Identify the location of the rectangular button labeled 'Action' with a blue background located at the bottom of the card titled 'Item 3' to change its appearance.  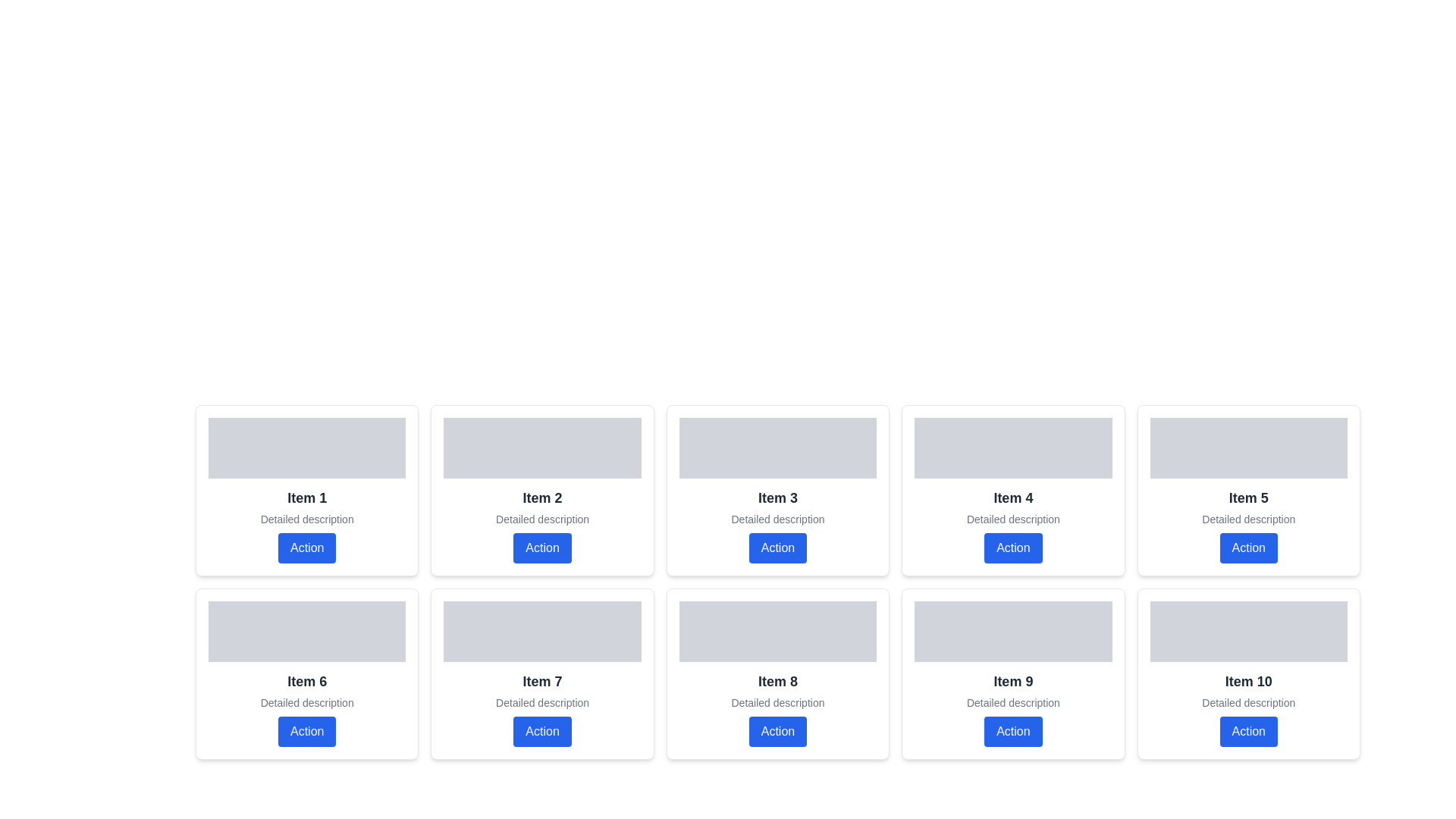
(778, 548).